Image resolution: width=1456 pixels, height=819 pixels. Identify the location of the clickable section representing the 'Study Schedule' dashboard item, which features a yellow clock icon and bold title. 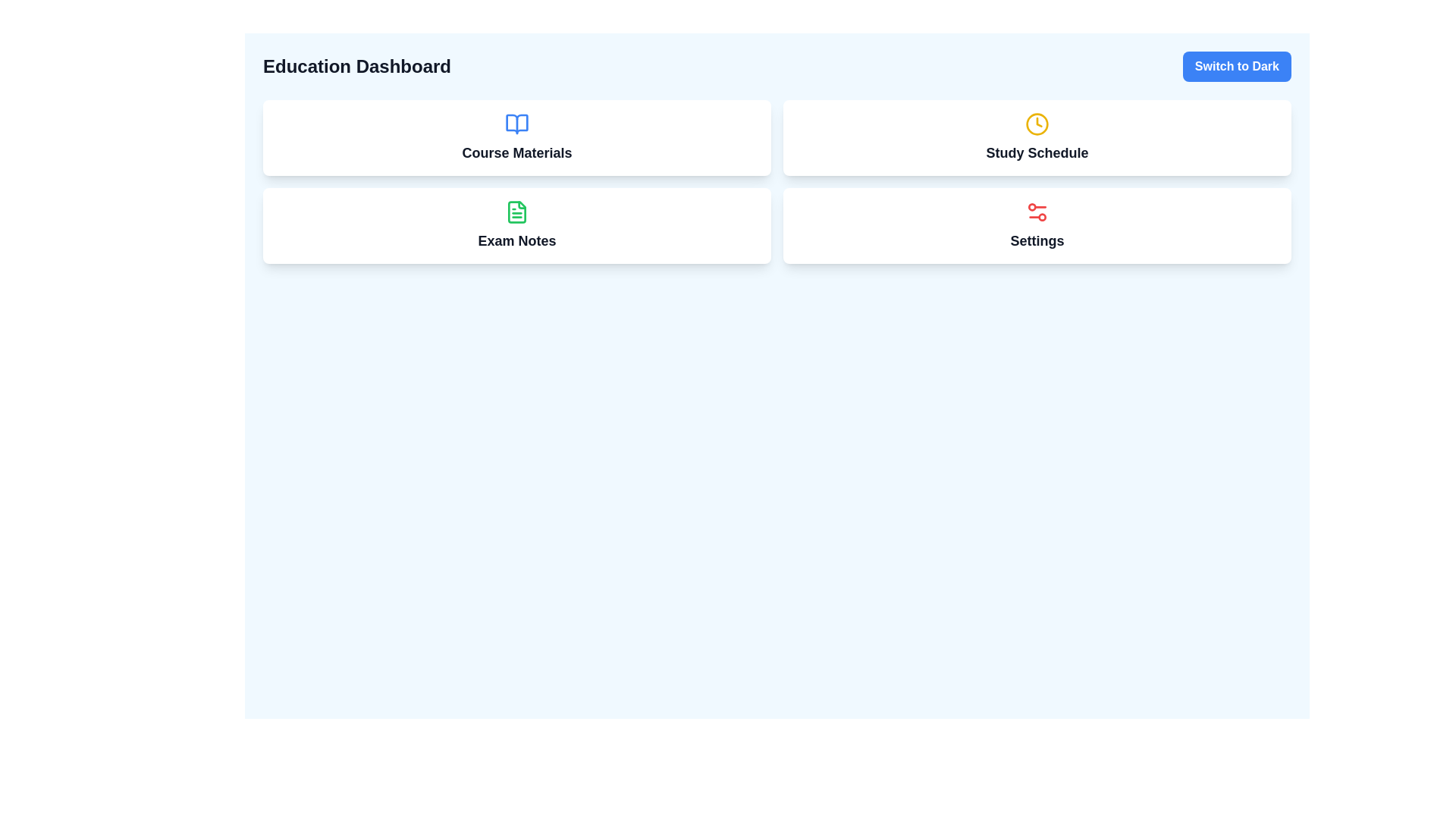
(1037, 137).